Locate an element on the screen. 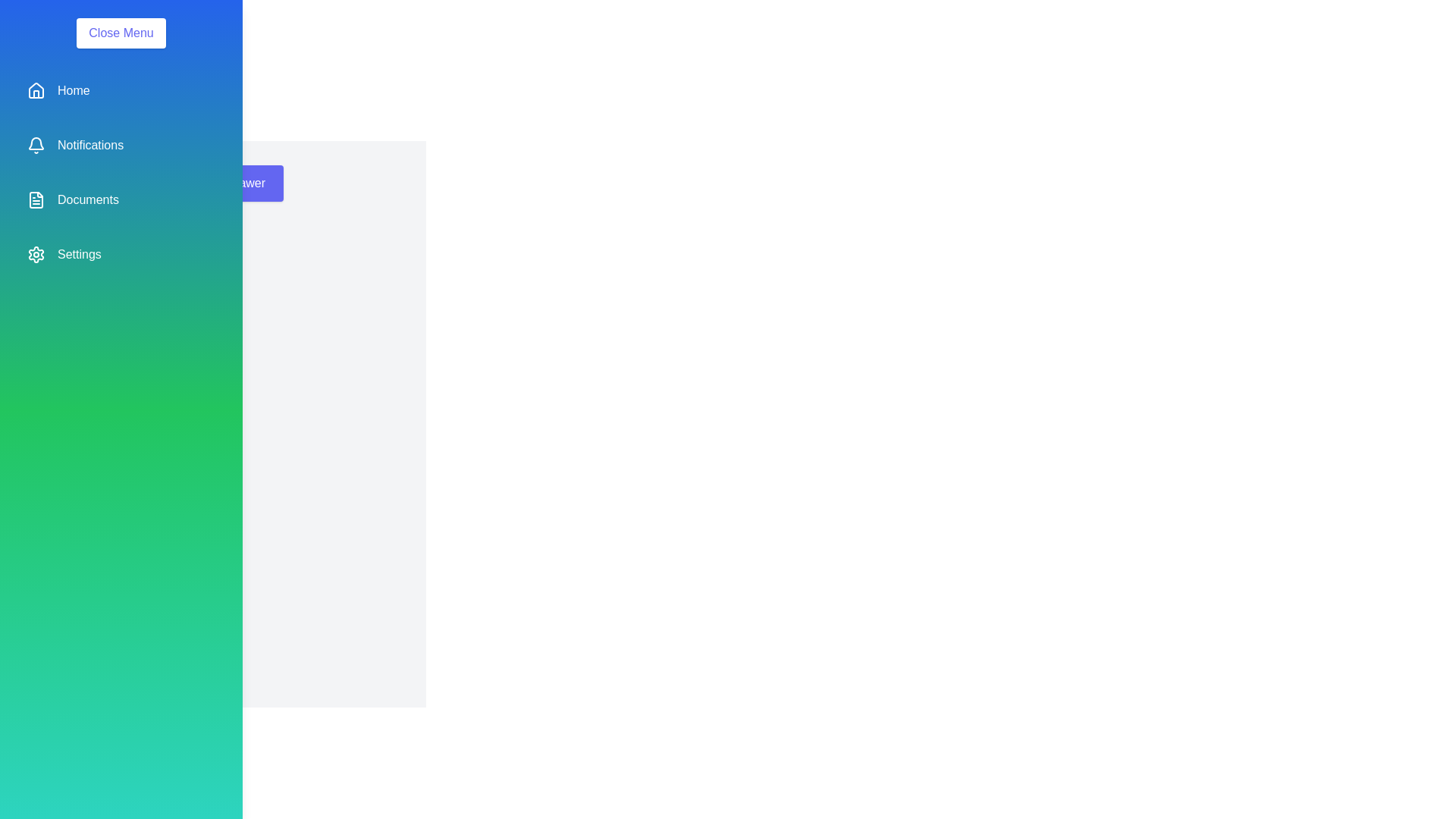 The image size is (1456, 819). the menu item Notifications from the list is located at coordinates (120, 146).